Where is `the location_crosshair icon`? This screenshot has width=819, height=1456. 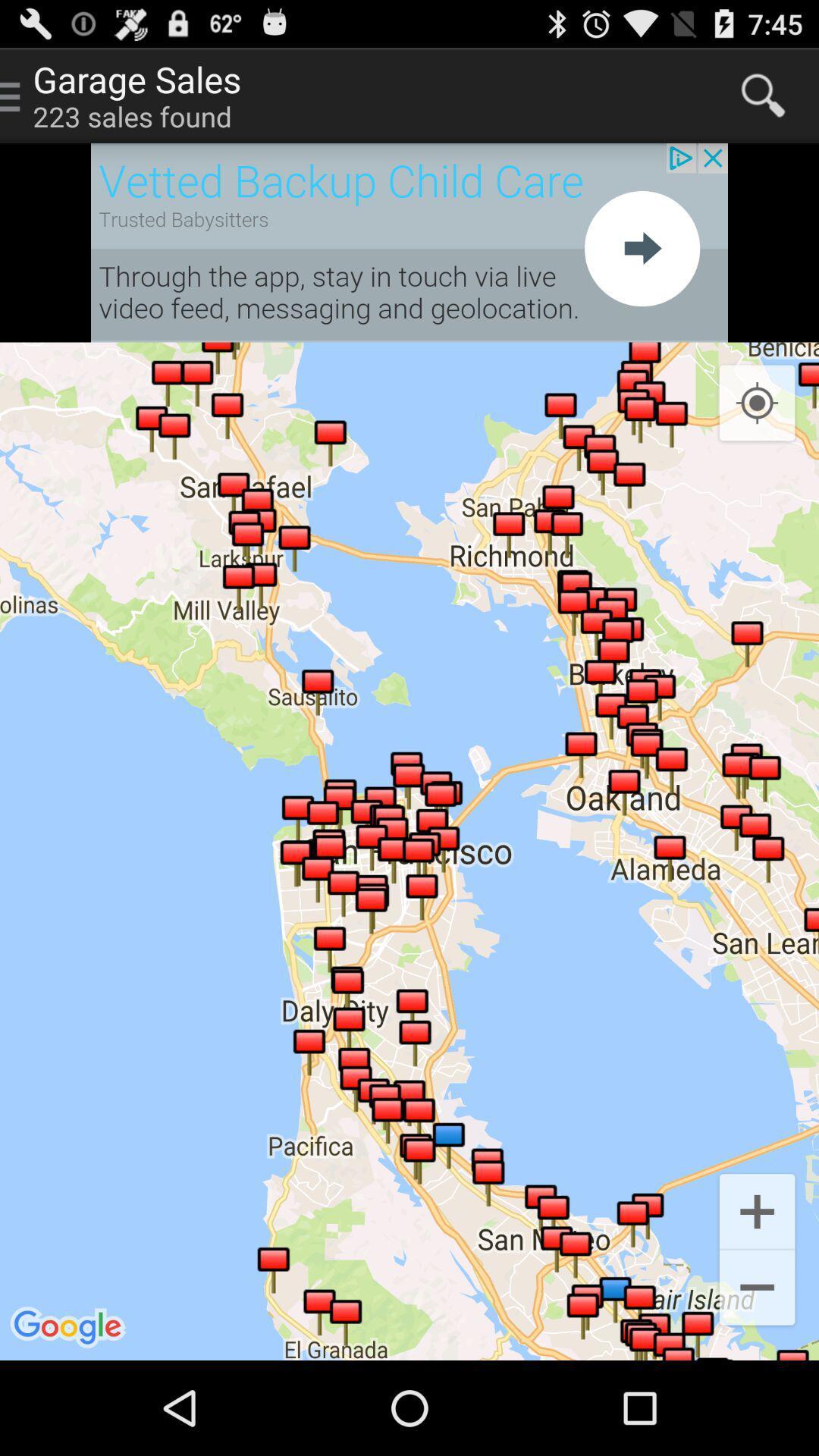
the location_crosshair icon is located at coordinates (757, 431).